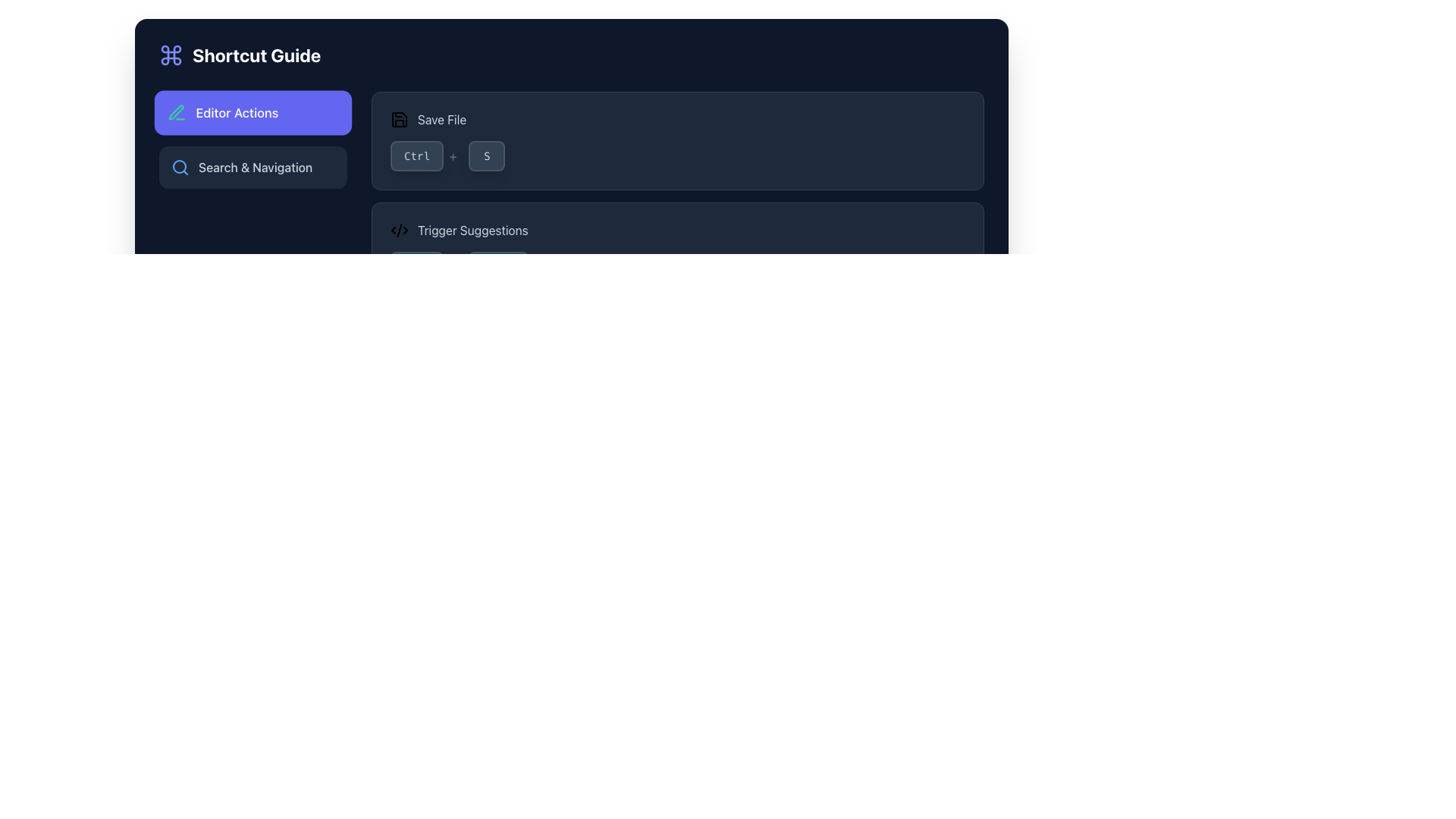 This screenshot has height=819, width=1456. Describe the element at coordinates (180, 167) in the screenshot. I see `the search icon located at the left end of the 'Search & Navigation' button to activate a tooltip or highlight it` at that location.